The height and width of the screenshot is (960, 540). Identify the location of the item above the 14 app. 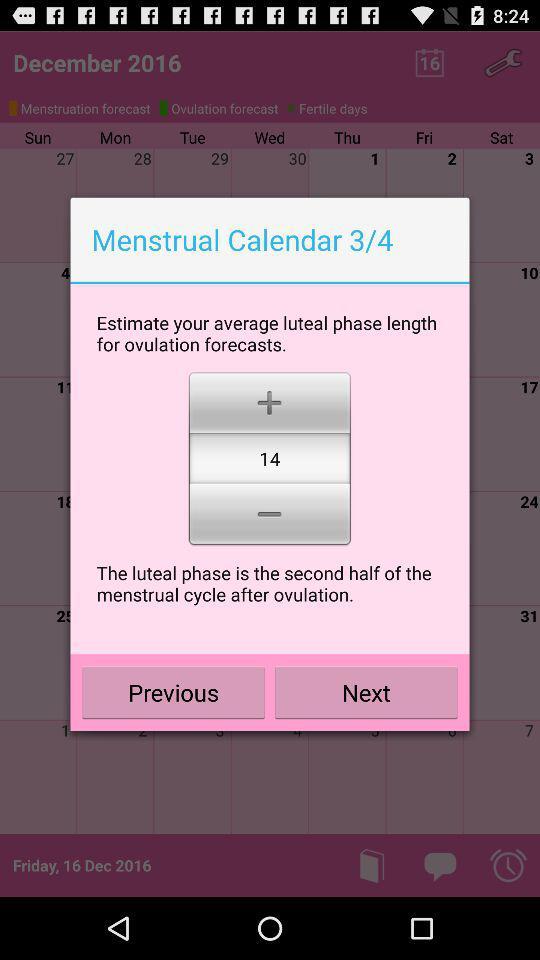
(269, 400).